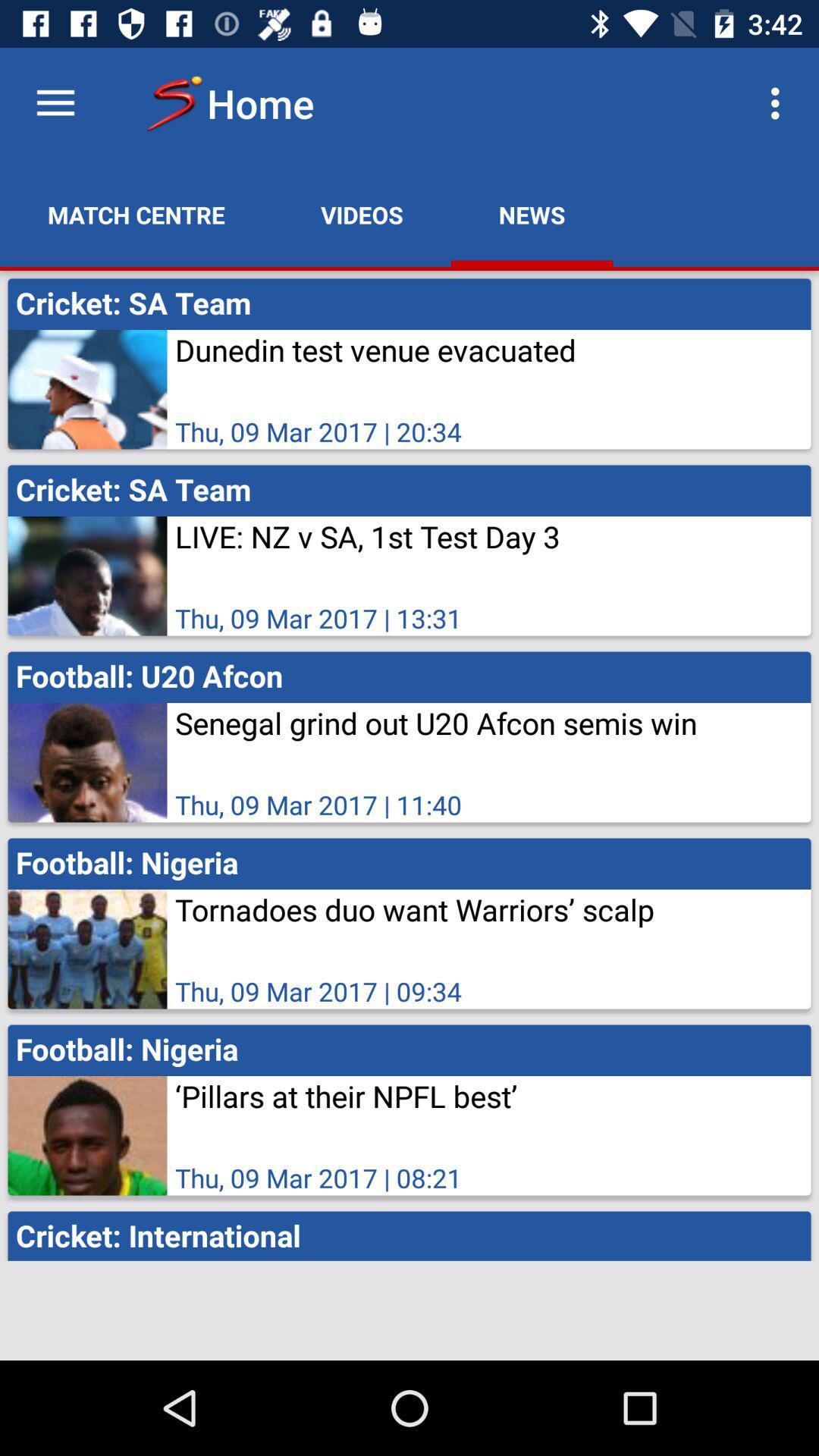 Image resolution: width=819 pixels, height=1456 pixels. What do you see at coordinates (779, 102) in the screenshot?
I see `item next to news item` at bounding box center [779, 102].